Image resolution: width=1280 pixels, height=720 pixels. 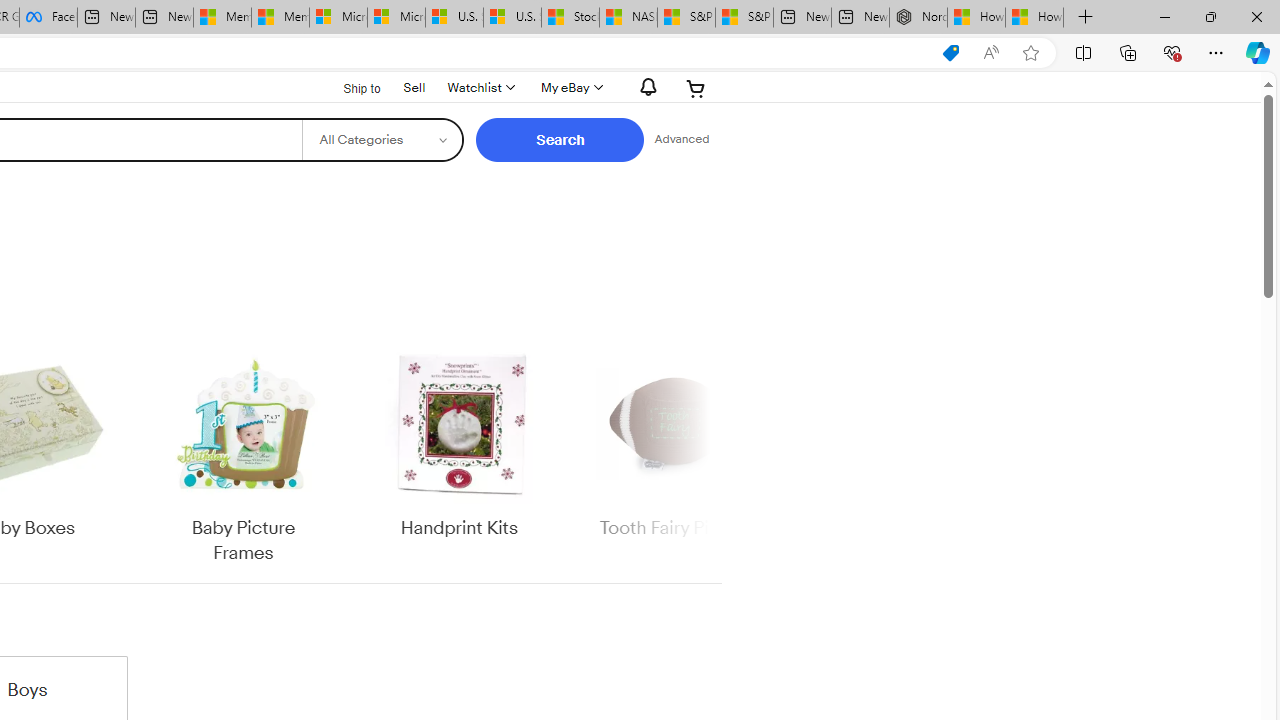 I want to click on 'Handprint Kits', so click(x=458, y=442).